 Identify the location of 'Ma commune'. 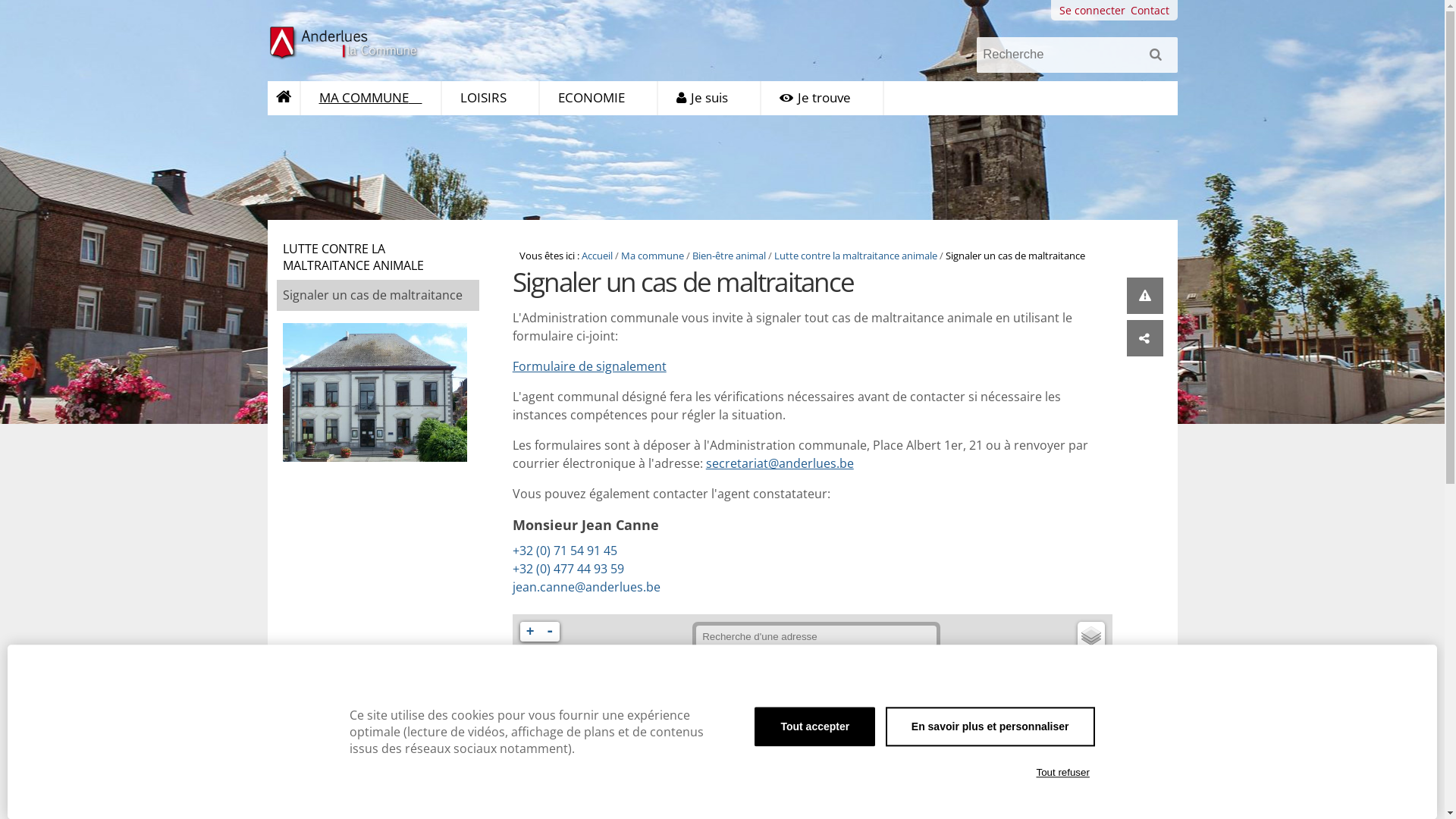
(652, 254).